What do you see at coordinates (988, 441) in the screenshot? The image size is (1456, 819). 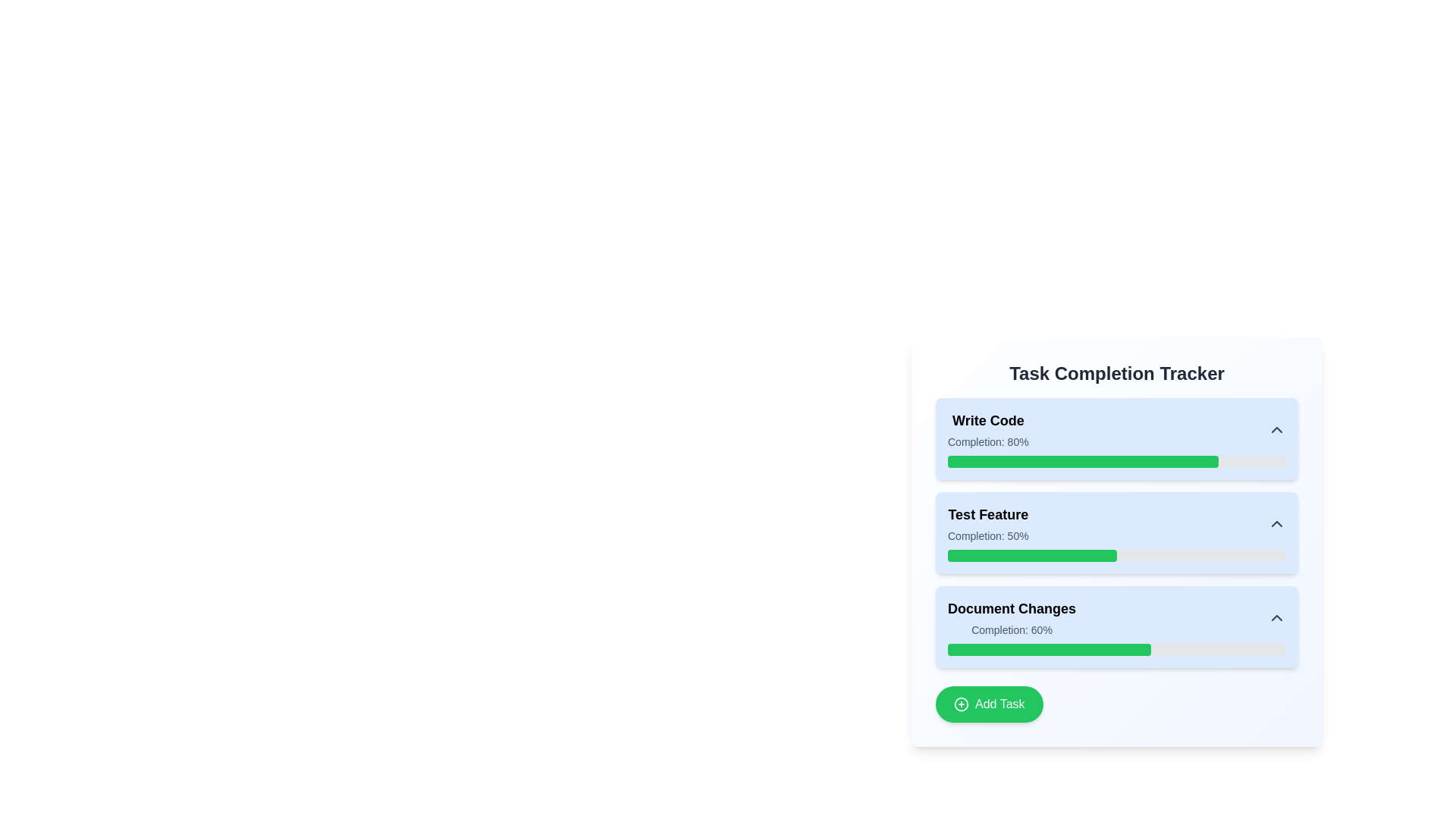 I see `the text label displaying 'Completion: 80%', which is styled in gray and located under the 'Write Code' section indicating progress` at bounding box center [988, 441].